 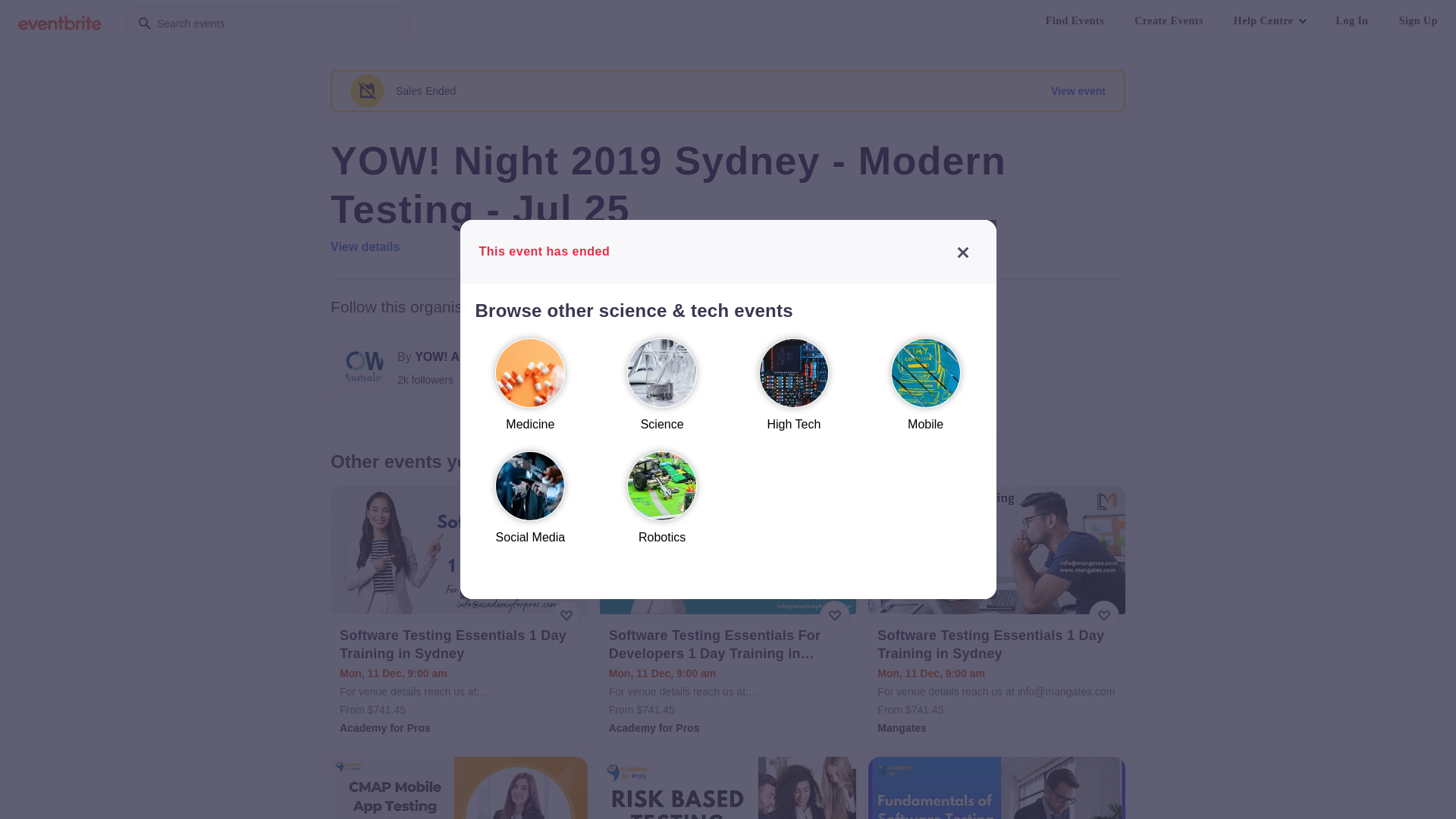 I want to click on 'Science', so click(x=598, y=391).